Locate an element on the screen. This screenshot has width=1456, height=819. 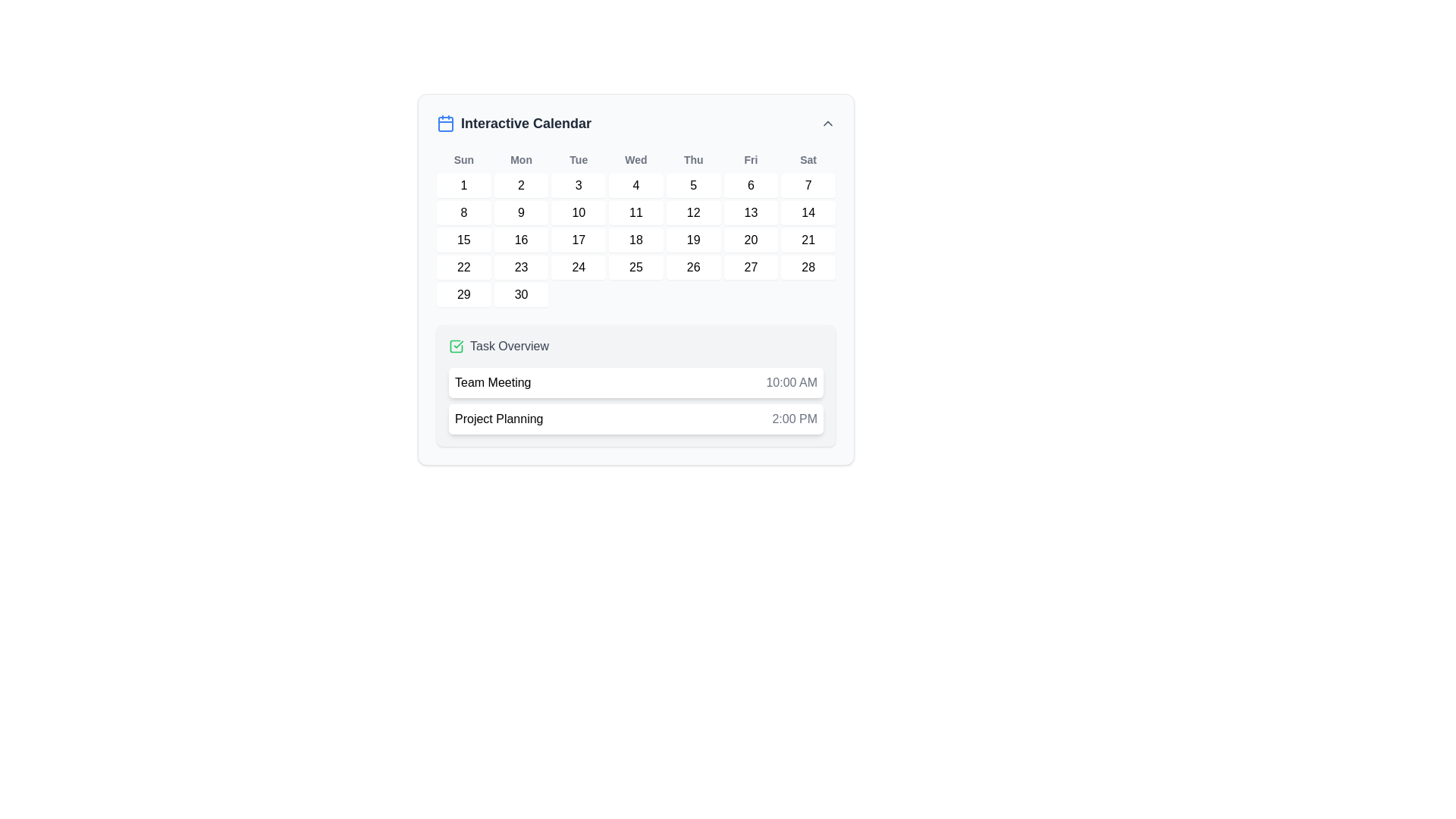
the button representing the fifth day (Thursday) is located at coordinates (692, 185).